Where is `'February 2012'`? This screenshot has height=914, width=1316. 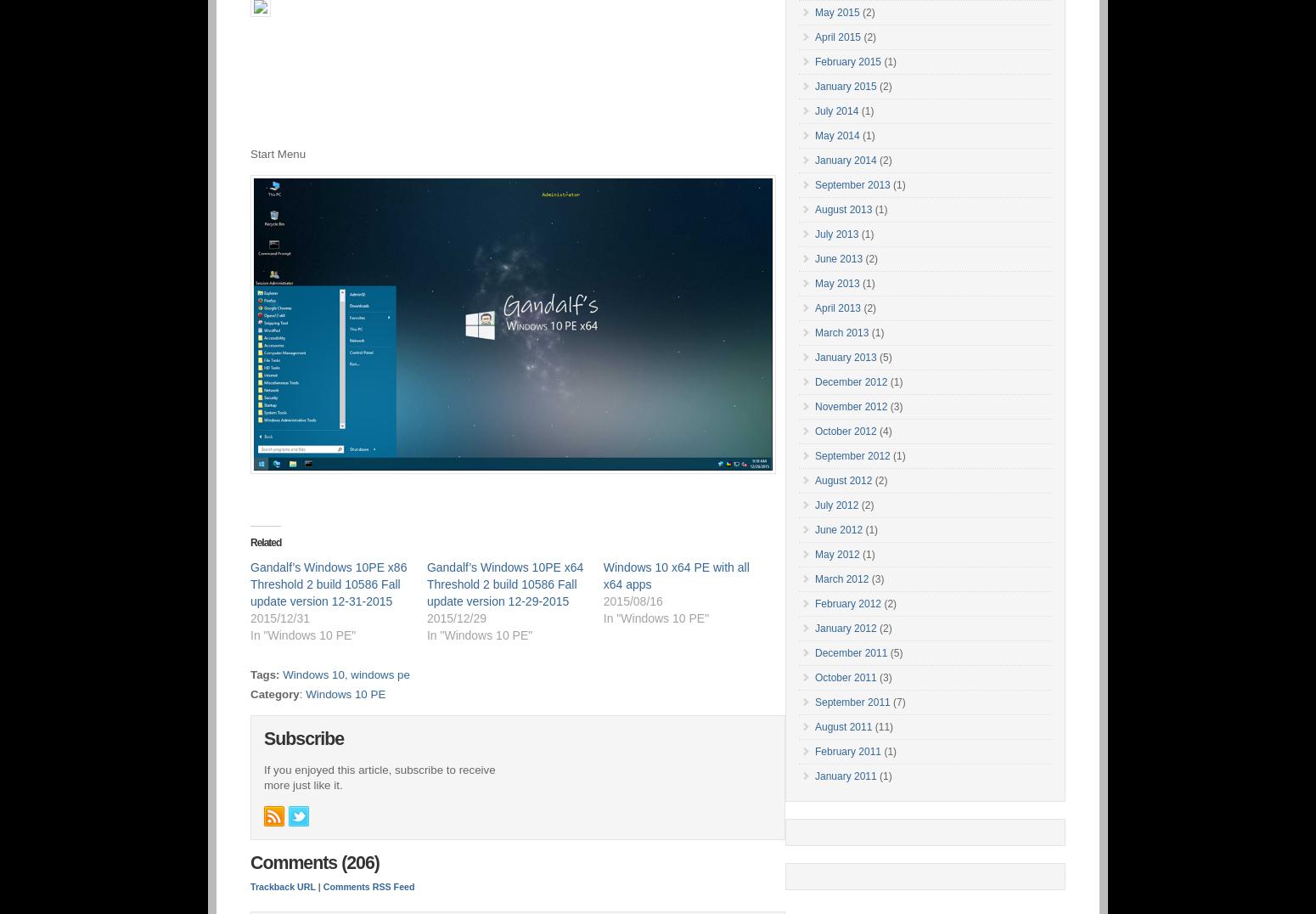
'February 2012' is located at coordinates (846, 604).